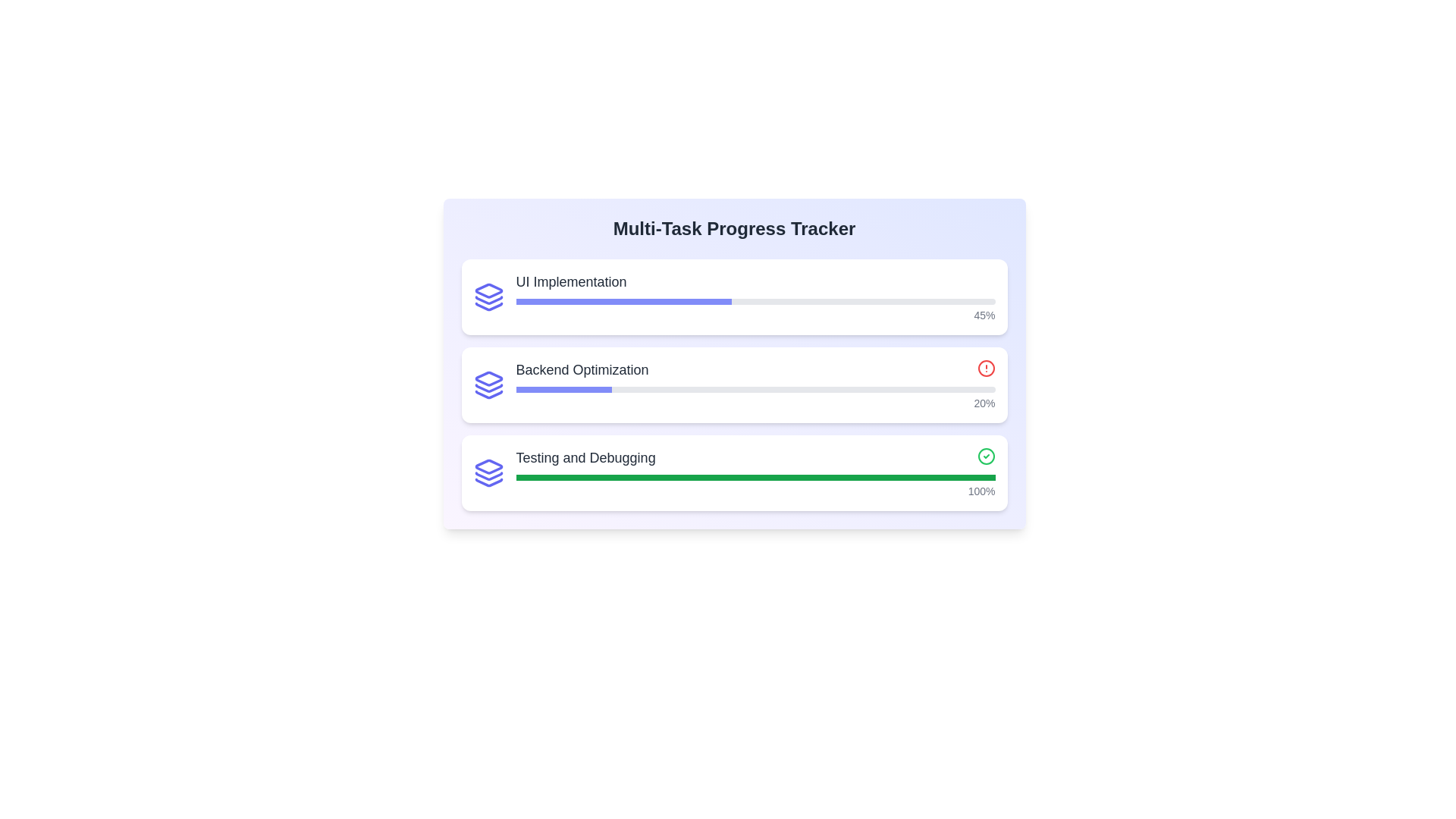  What do you see at coordinates (986, 455) in the screenshot?
I see `green-colored circular outline with a checkmark inside, located in the last progress bar section labeled 'Testing and Debugging'` at bounding box center [986, 455].